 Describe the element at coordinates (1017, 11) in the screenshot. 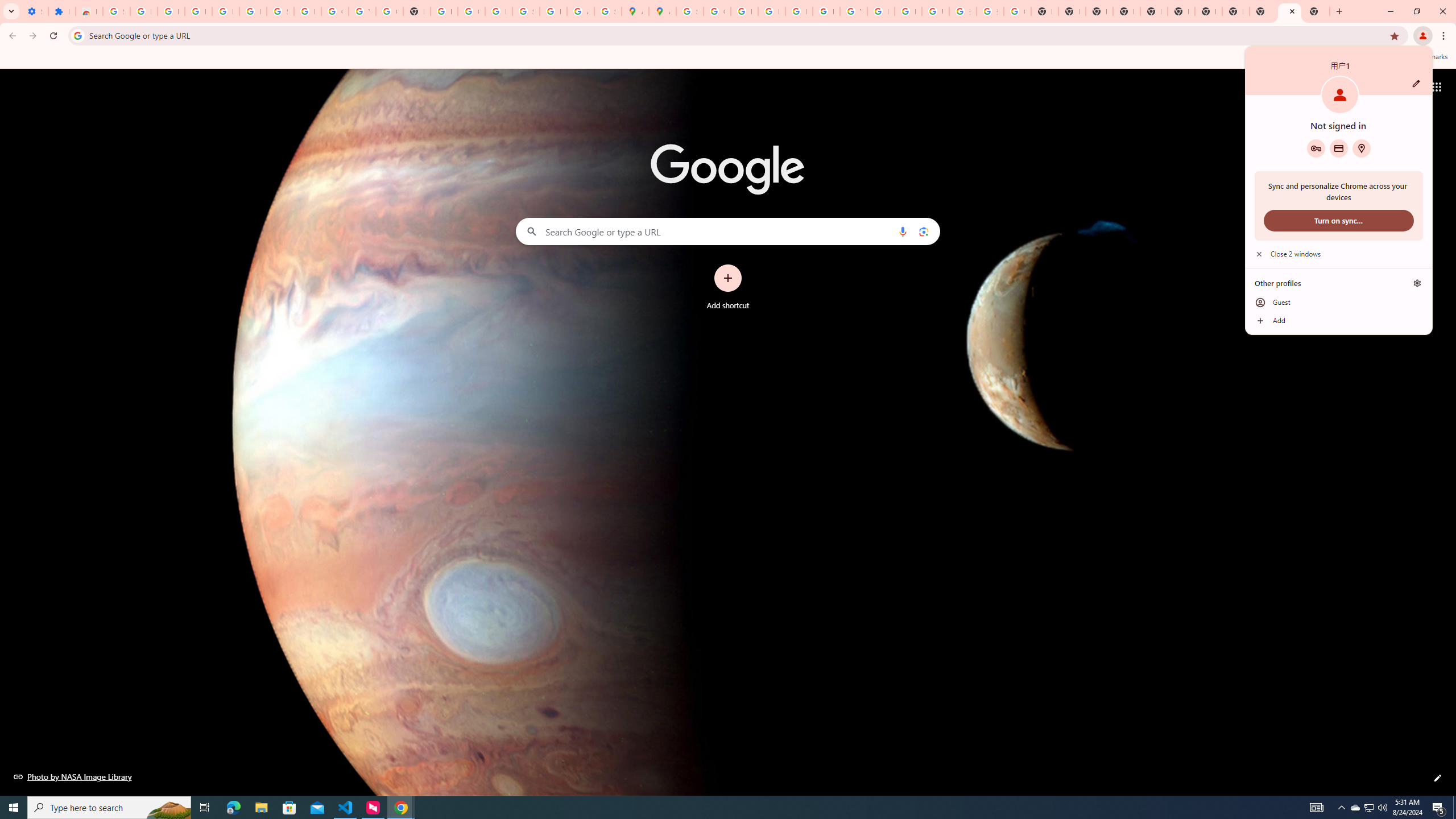

I see `'Google Images'` at that location.